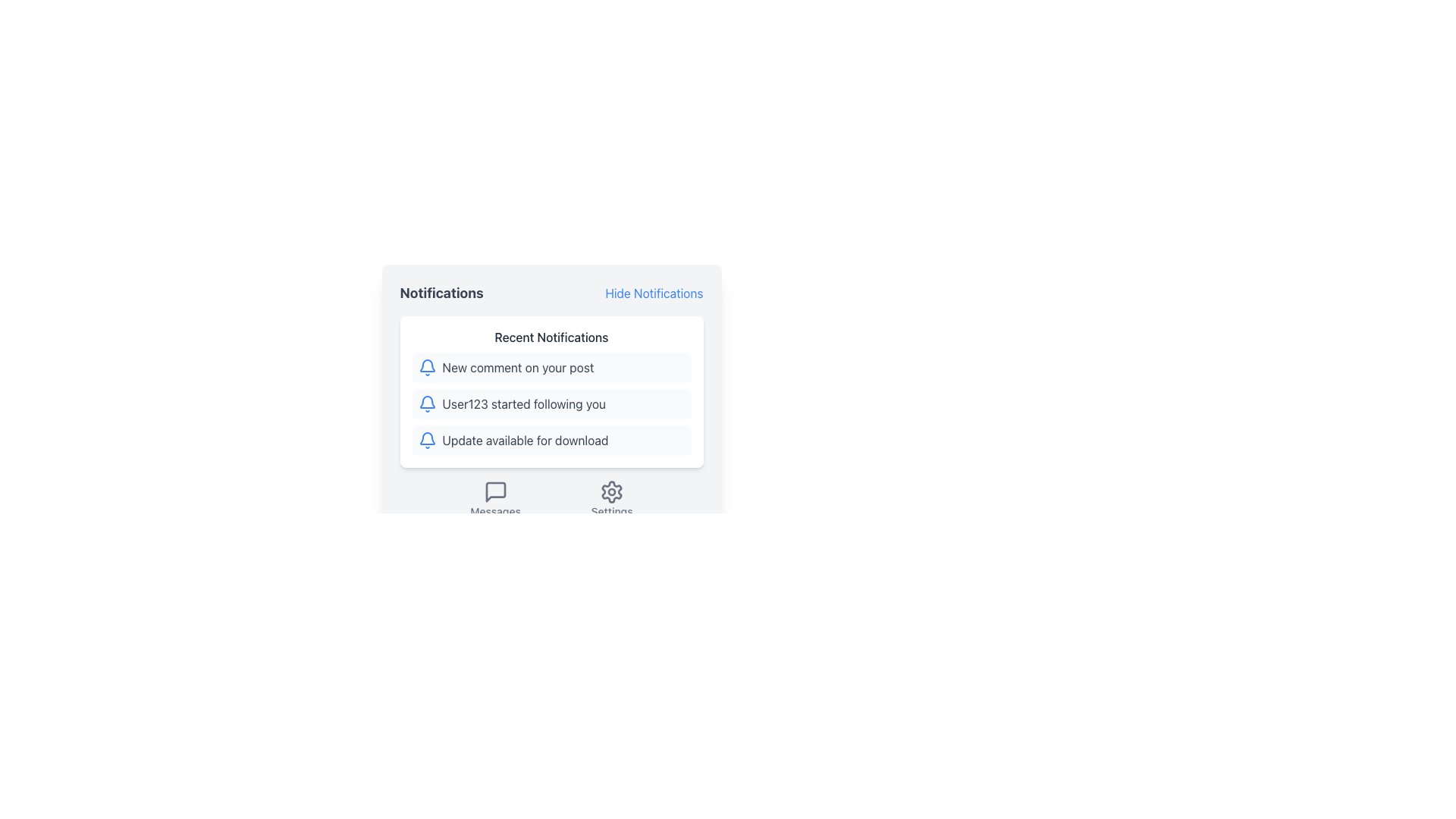  I want to click on the notification type indicator icon, which resembles a bell with a blue outline, located in the 'Recent Notifications' section of the 'Notifications' panel, so click(426, 368).